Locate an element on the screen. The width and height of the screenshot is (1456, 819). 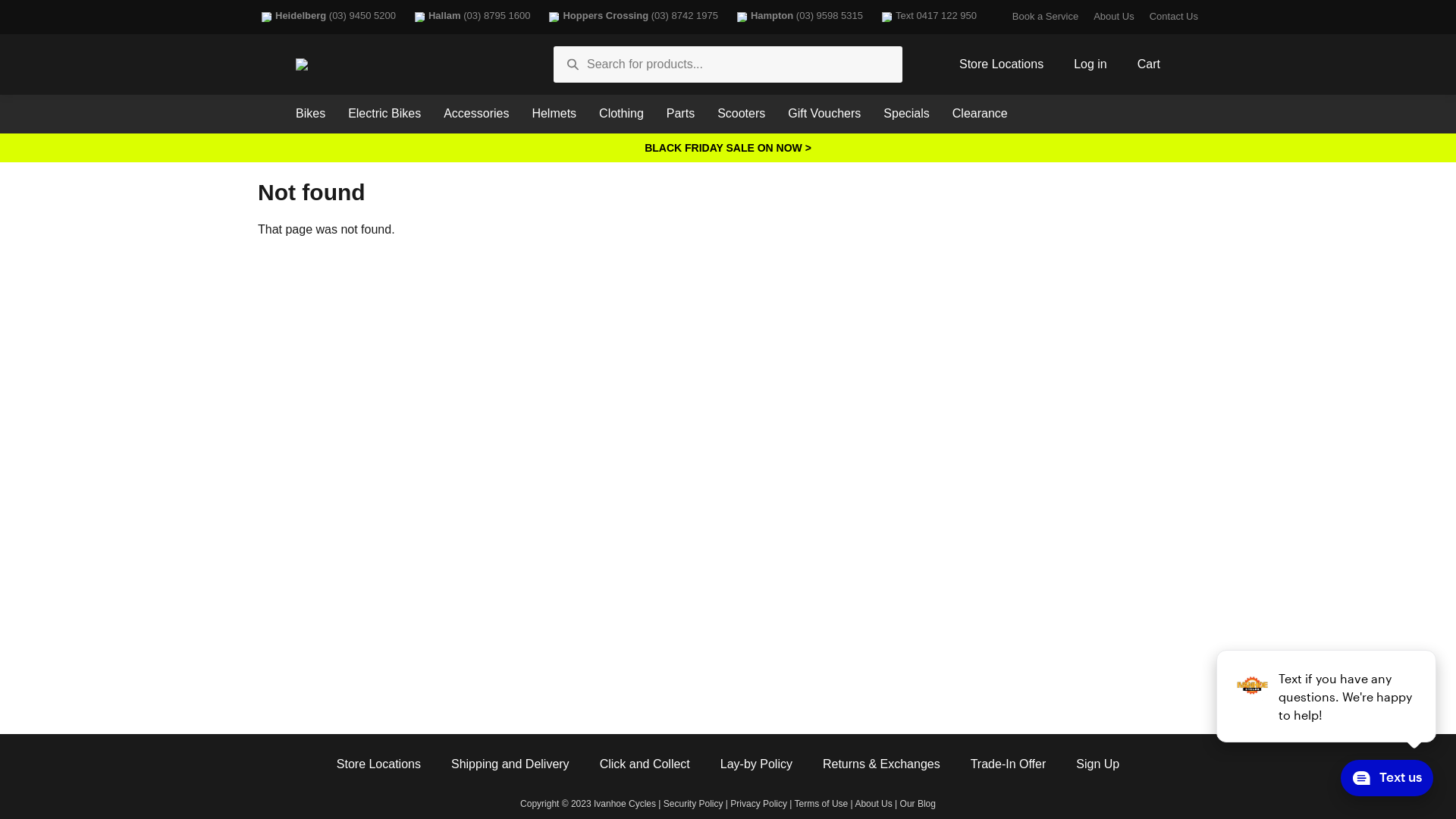
'Trade-In Offer' is located at coordinates (971, 764).